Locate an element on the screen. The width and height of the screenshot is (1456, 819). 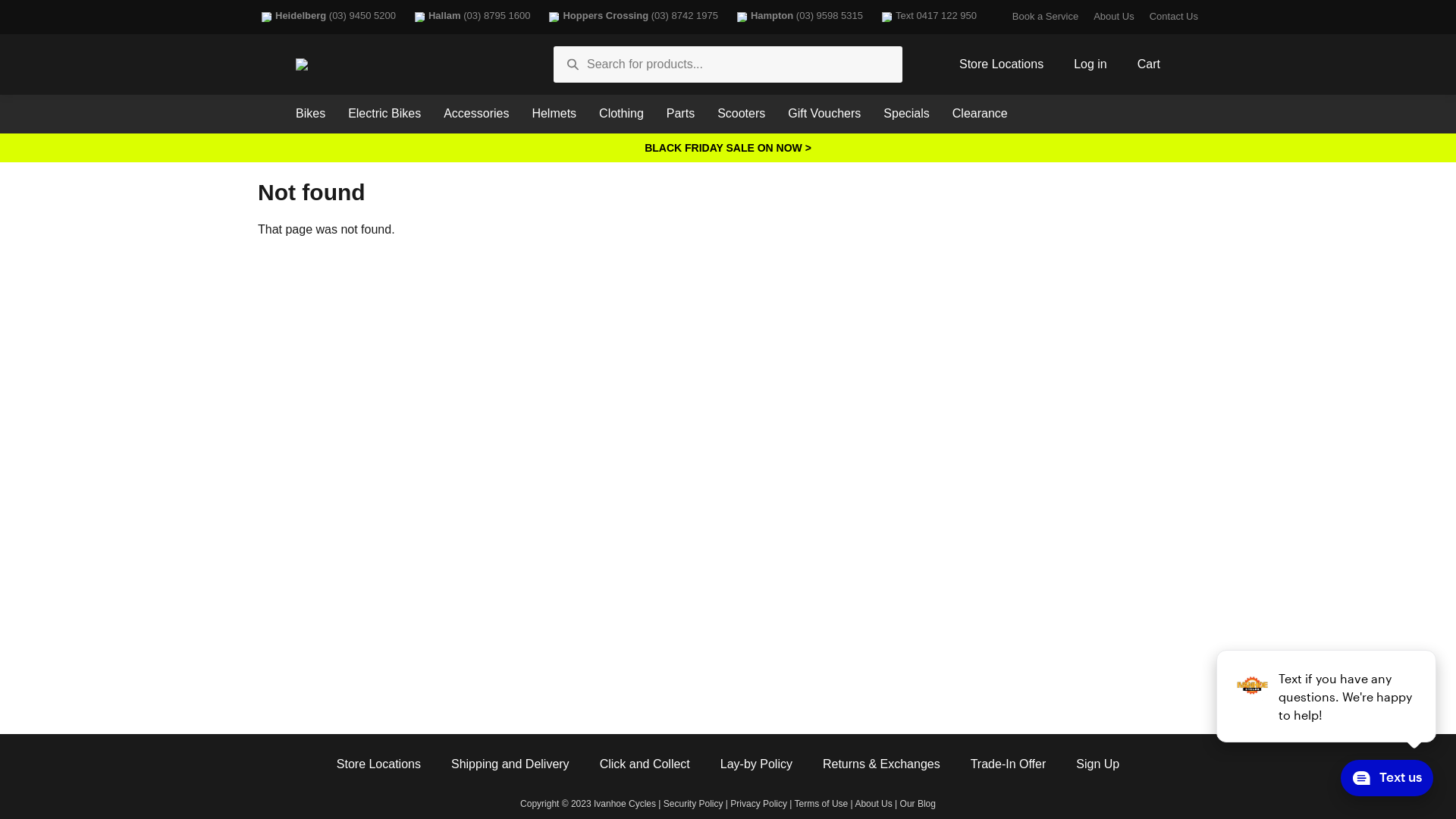
'Trade-In Offer' is located at coordinates (971, 764).